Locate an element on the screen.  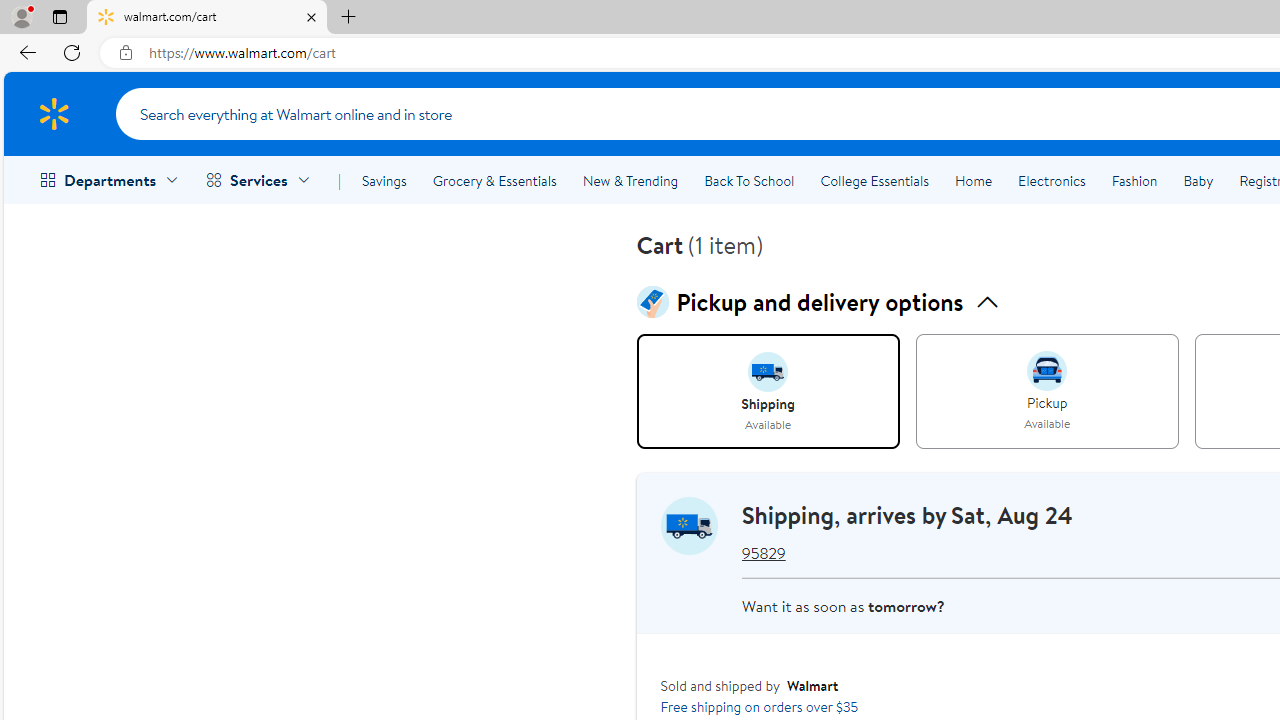
'College Essentials' is located at coordinates (874, 181).